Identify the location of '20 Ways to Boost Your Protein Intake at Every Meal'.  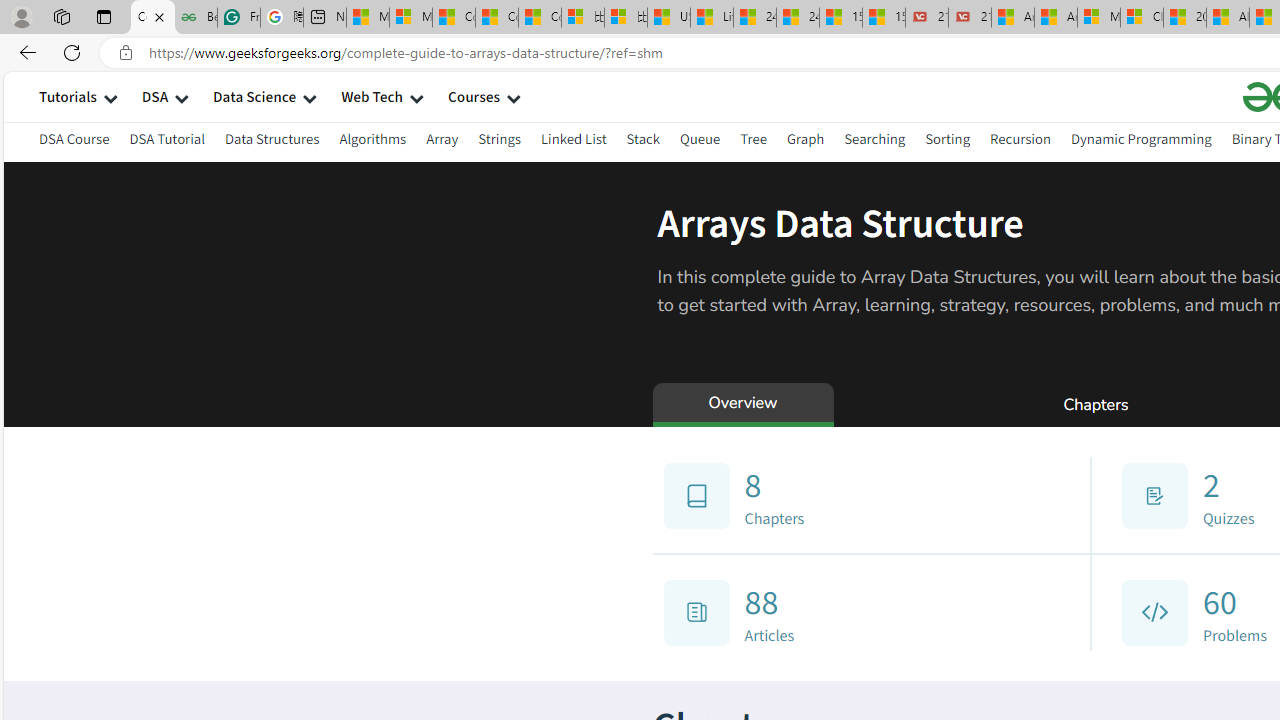
(1184, 17).